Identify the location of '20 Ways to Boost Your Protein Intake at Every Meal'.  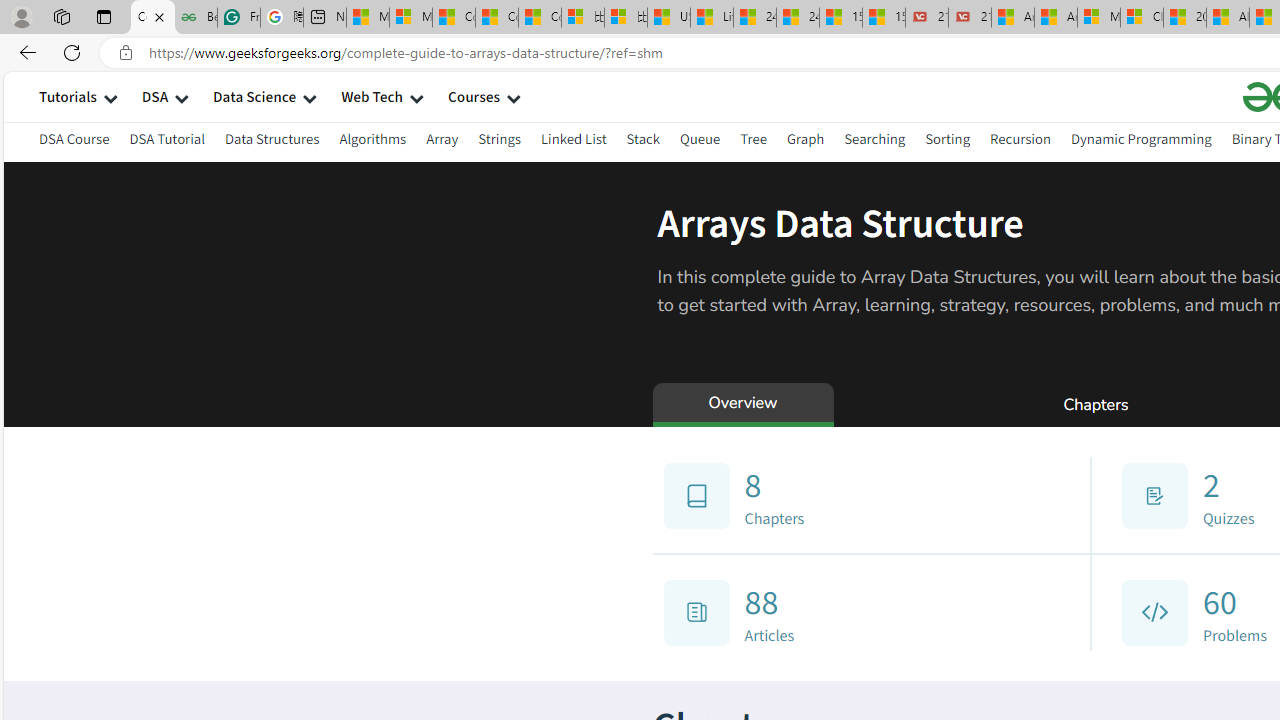
(1184, 17).